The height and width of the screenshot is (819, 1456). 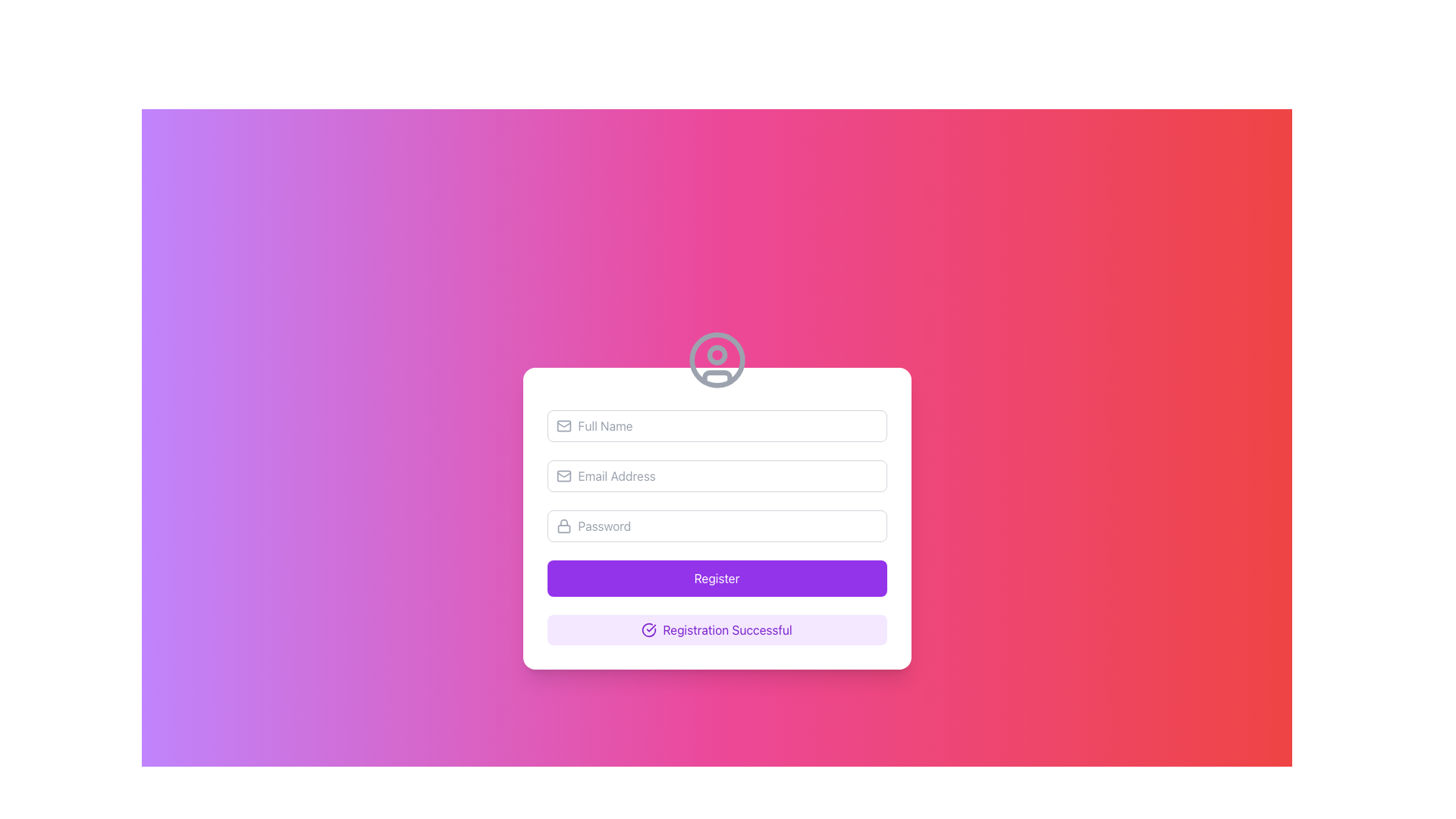 What do you see at coordinates (716, 355) in the screenshot?
I see `the small gray filled circular icon, which is centered within a larger circular graphic near the top-center of the registration card, positioned below the gradient header and above the input fields` at bounding box center [716, 355].